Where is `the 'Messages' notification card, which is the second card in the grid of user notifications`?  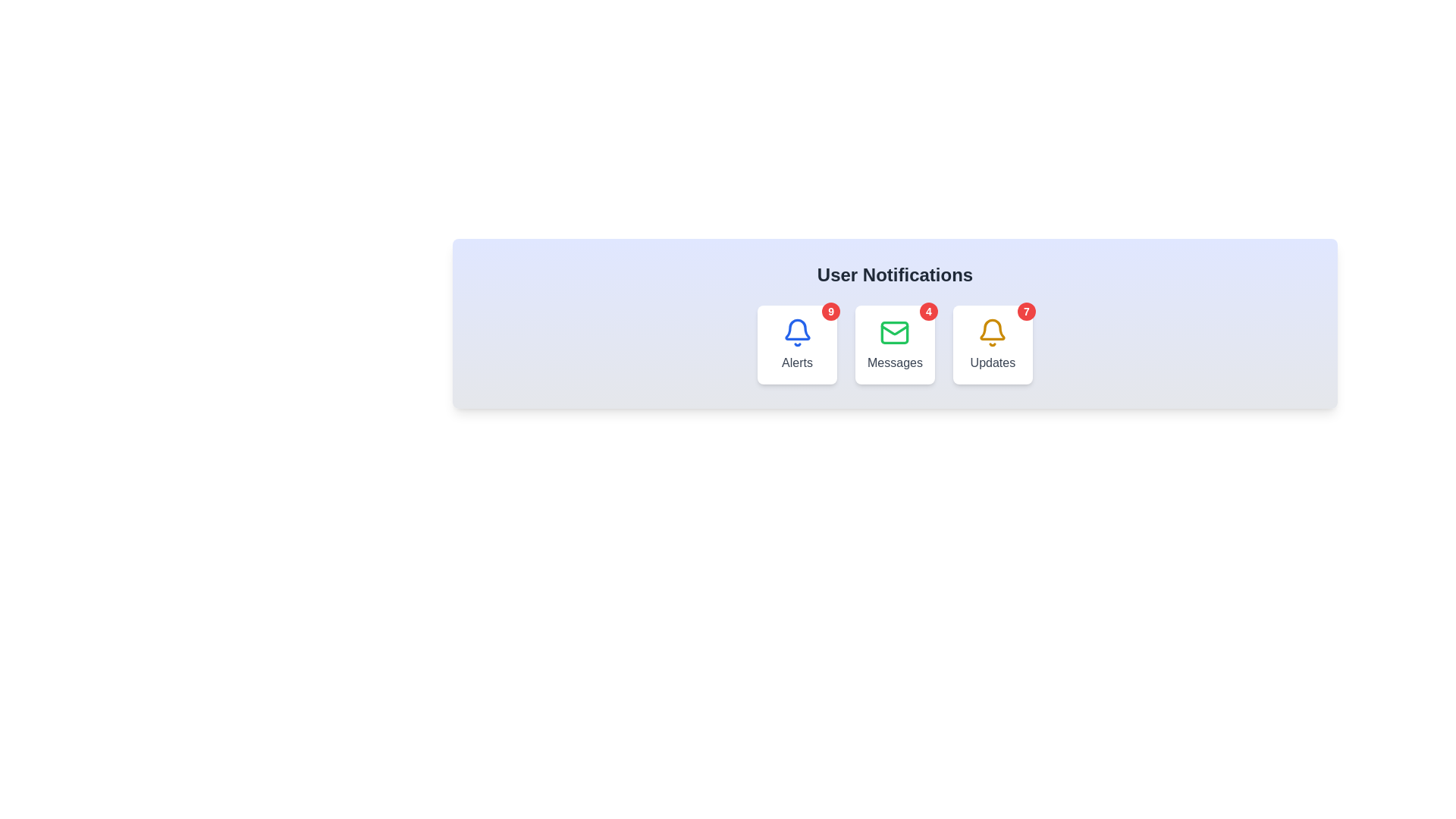 the 'Messages' notification card, which is the second card in the grid of user notifications is located at coordinates (895, 345).